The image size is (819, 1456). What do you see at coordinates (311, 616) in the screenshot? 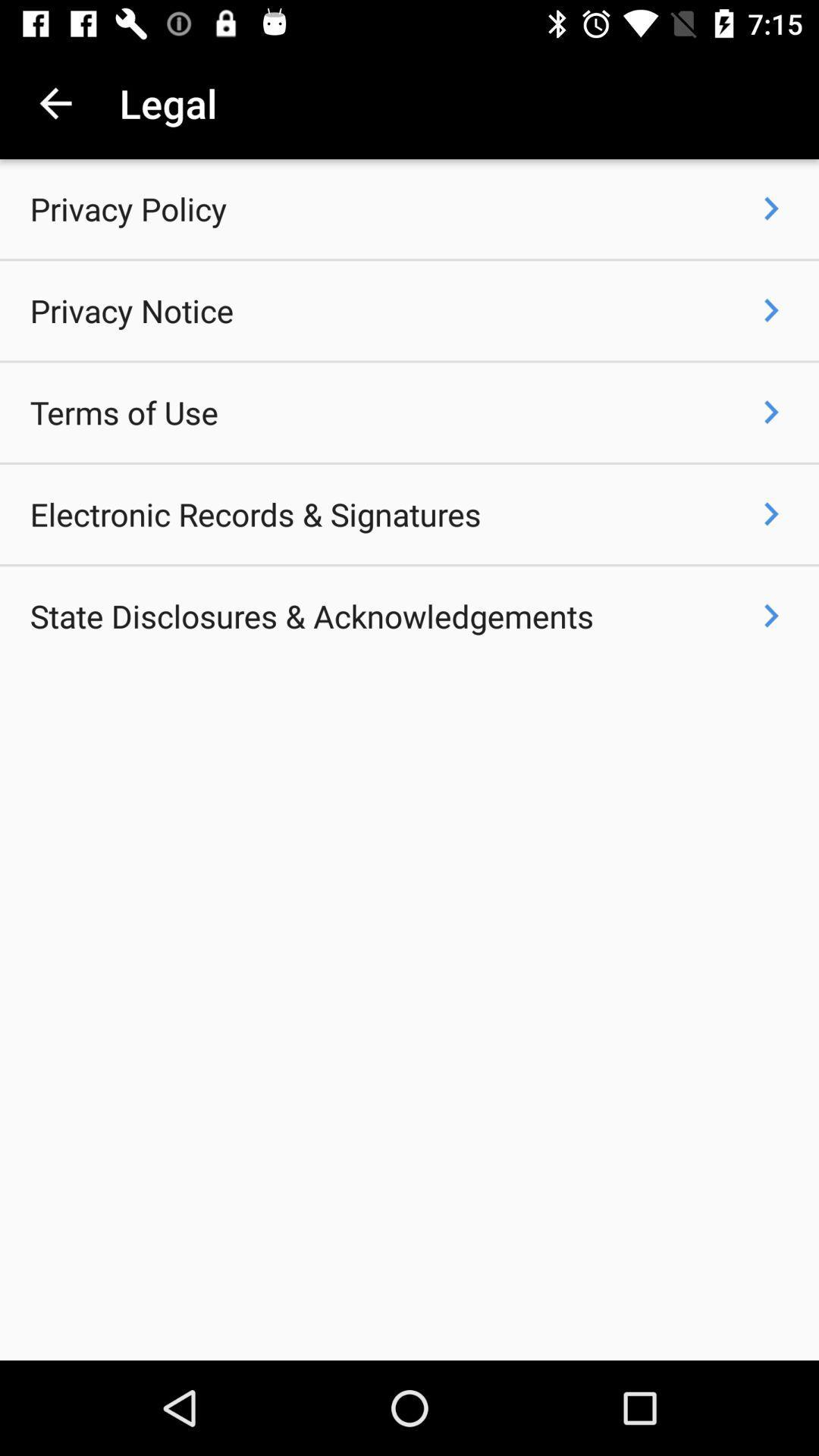
I see `item below electronic records & signatures item` at bounding box center [311, 616].